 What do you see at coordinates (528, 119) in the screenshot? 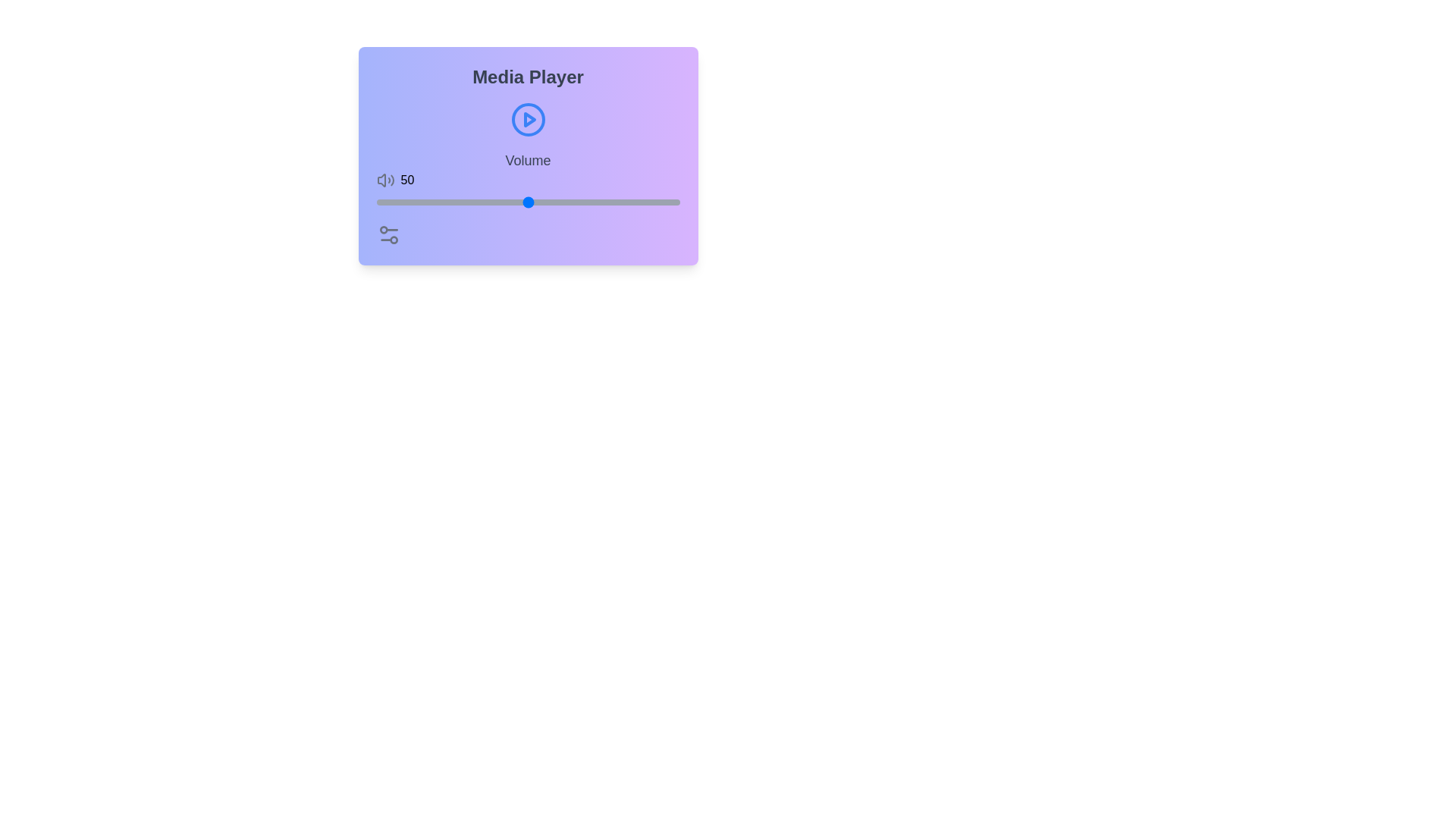
I see `the play button icon located in the purple media player interface` at bounding box center [528, 119].